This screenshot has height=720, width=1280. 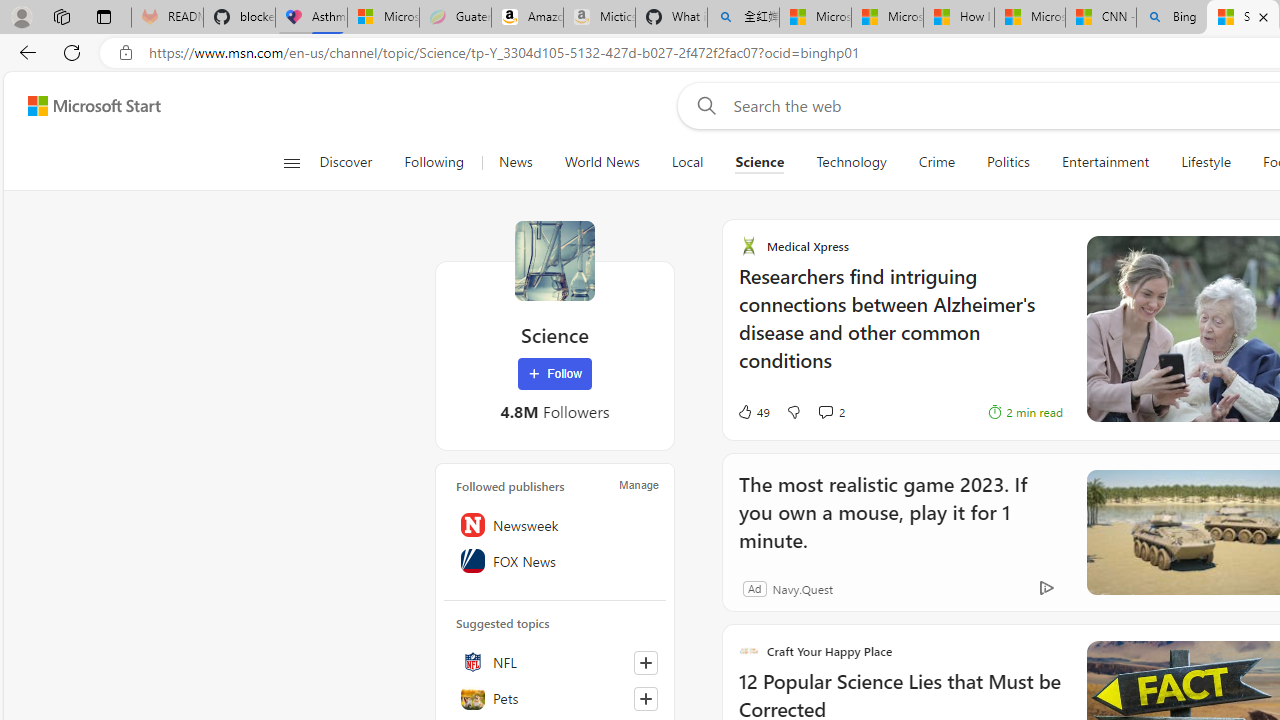 What do you see at coordinates (752, 411) in the screenshot?
I see `'49 Like'` at bounding box center [752, 411].